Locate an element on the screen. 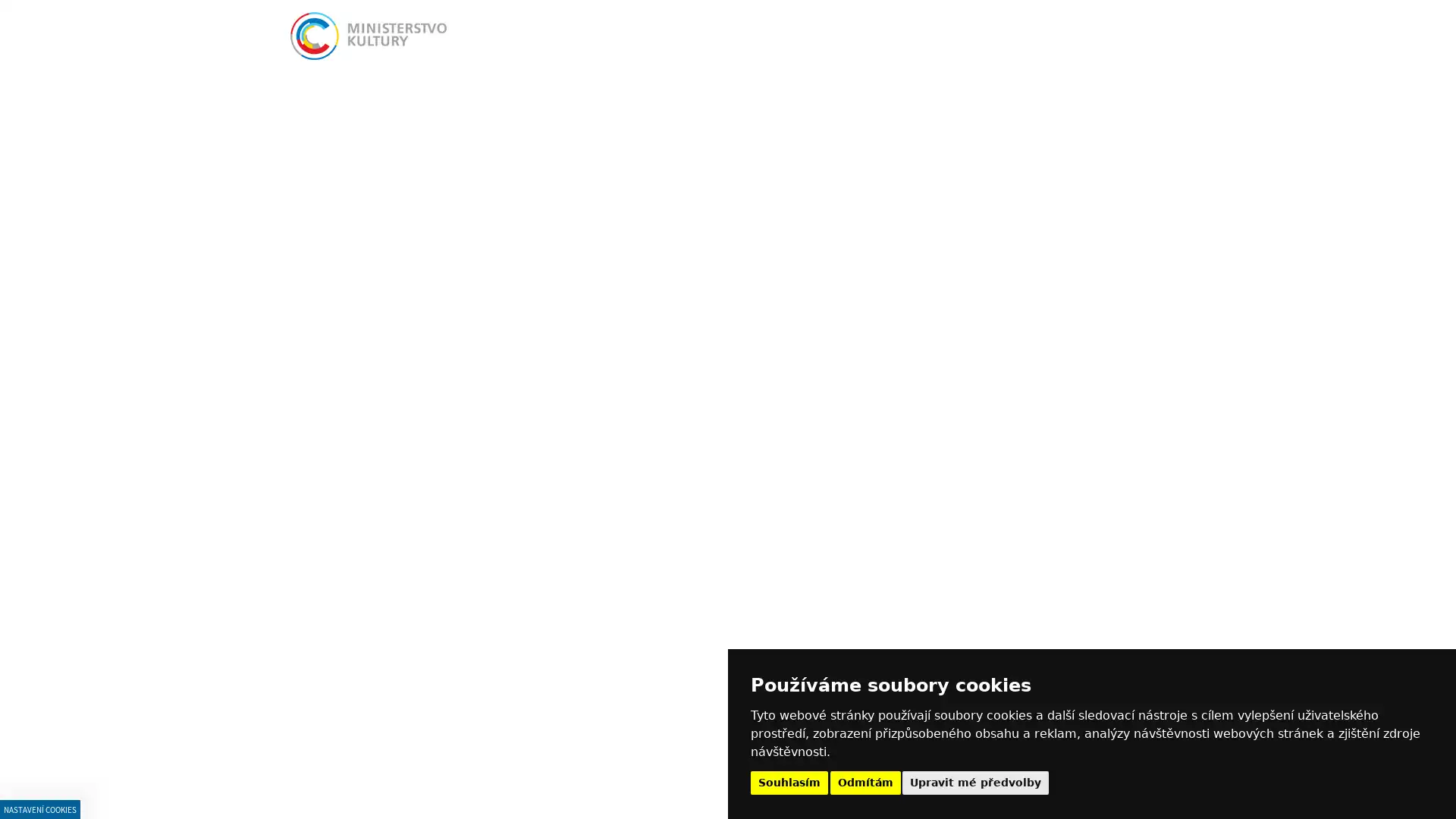 Image resolution: width=1456 pixels, height=819 pixels. Upravit me predvolby is located at coordinates (975, 782).